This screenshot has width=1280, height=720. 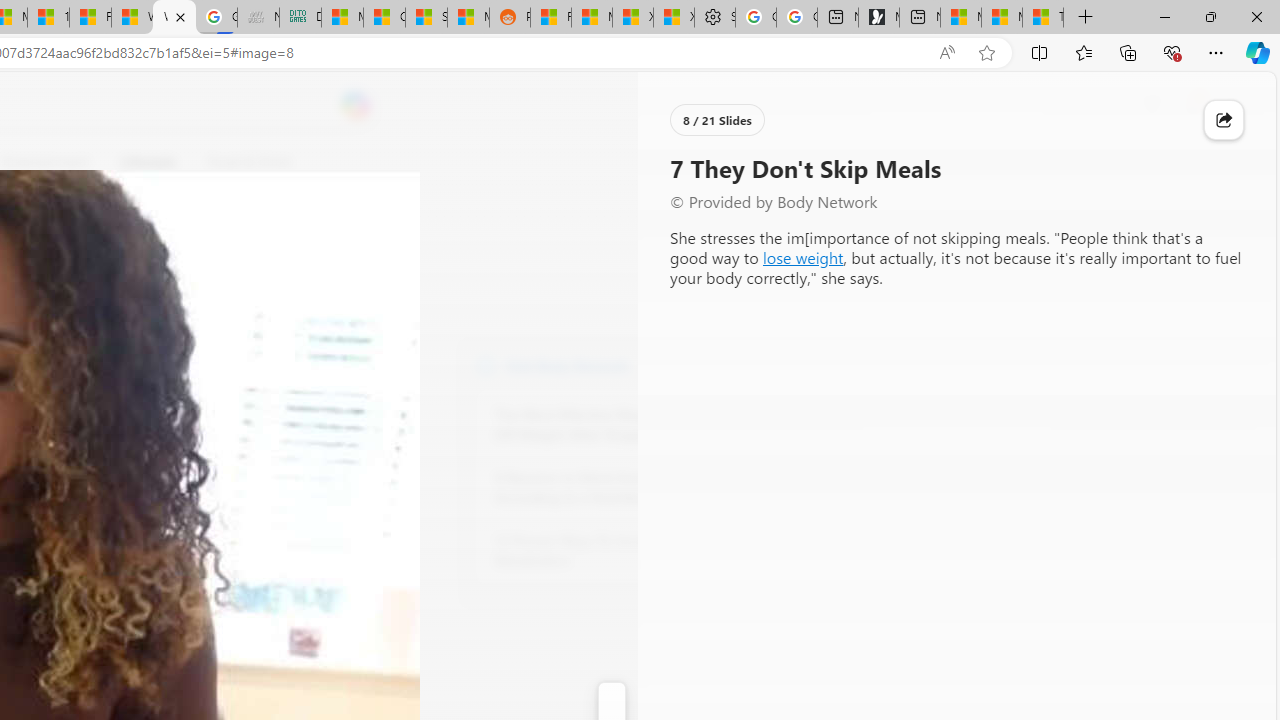 I want to click on 'Go to publisher', so click(x=181, y=257).